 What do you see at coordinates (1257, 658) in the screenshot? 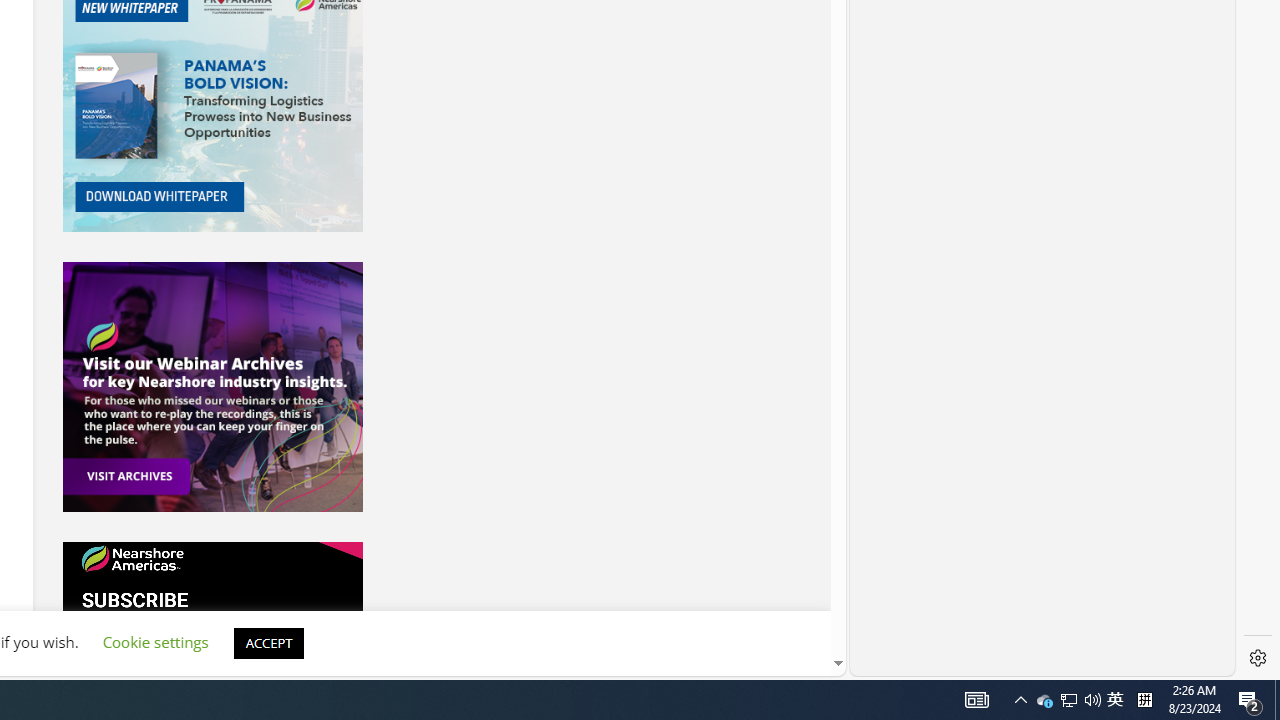
I see `'Settings'` at bounding box center [1257, 658].